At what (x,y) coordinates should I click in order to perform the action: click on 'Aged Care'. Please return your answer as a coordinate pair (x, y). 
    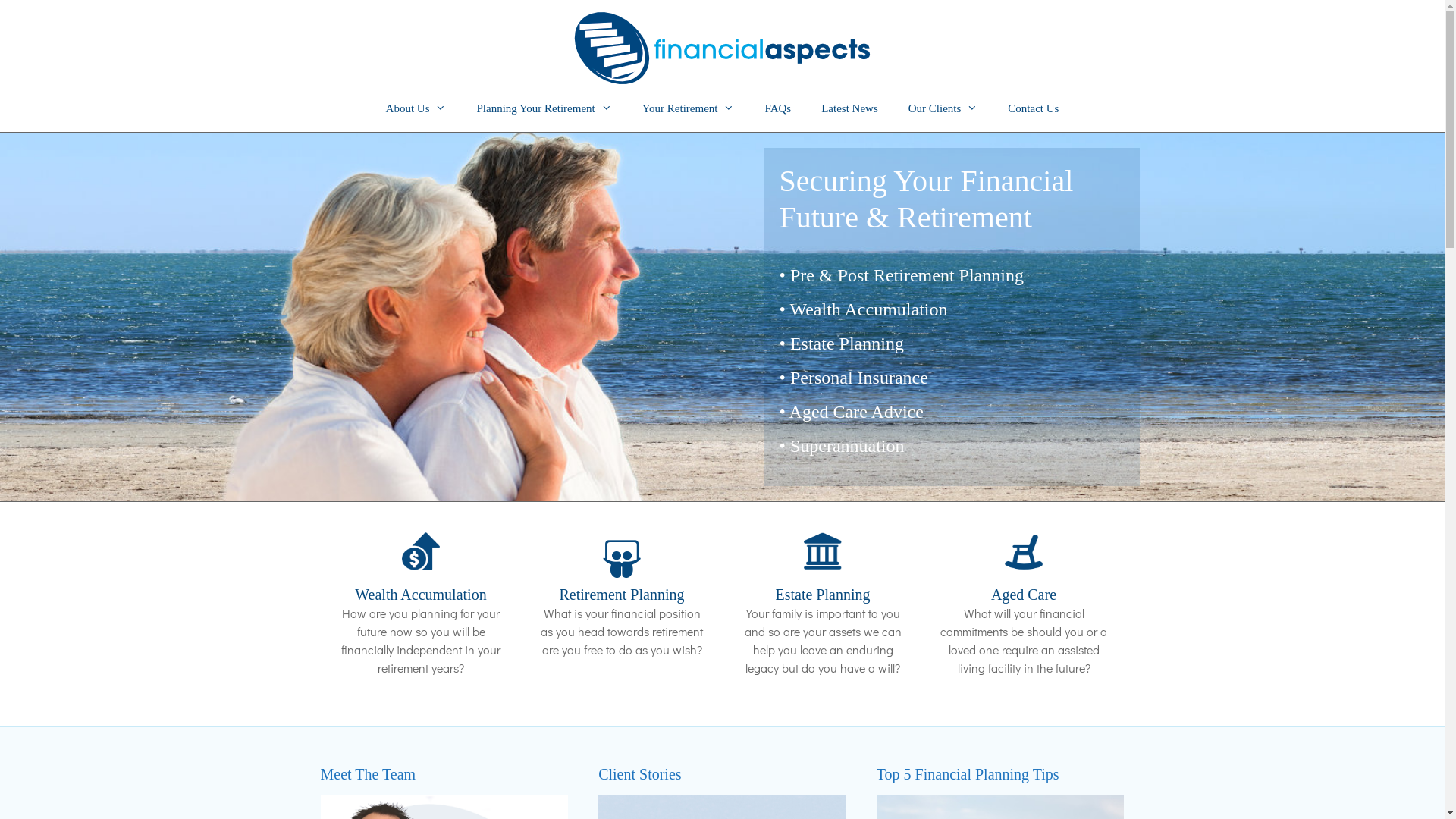
    Looking at the image, I should click on (1024, 593).